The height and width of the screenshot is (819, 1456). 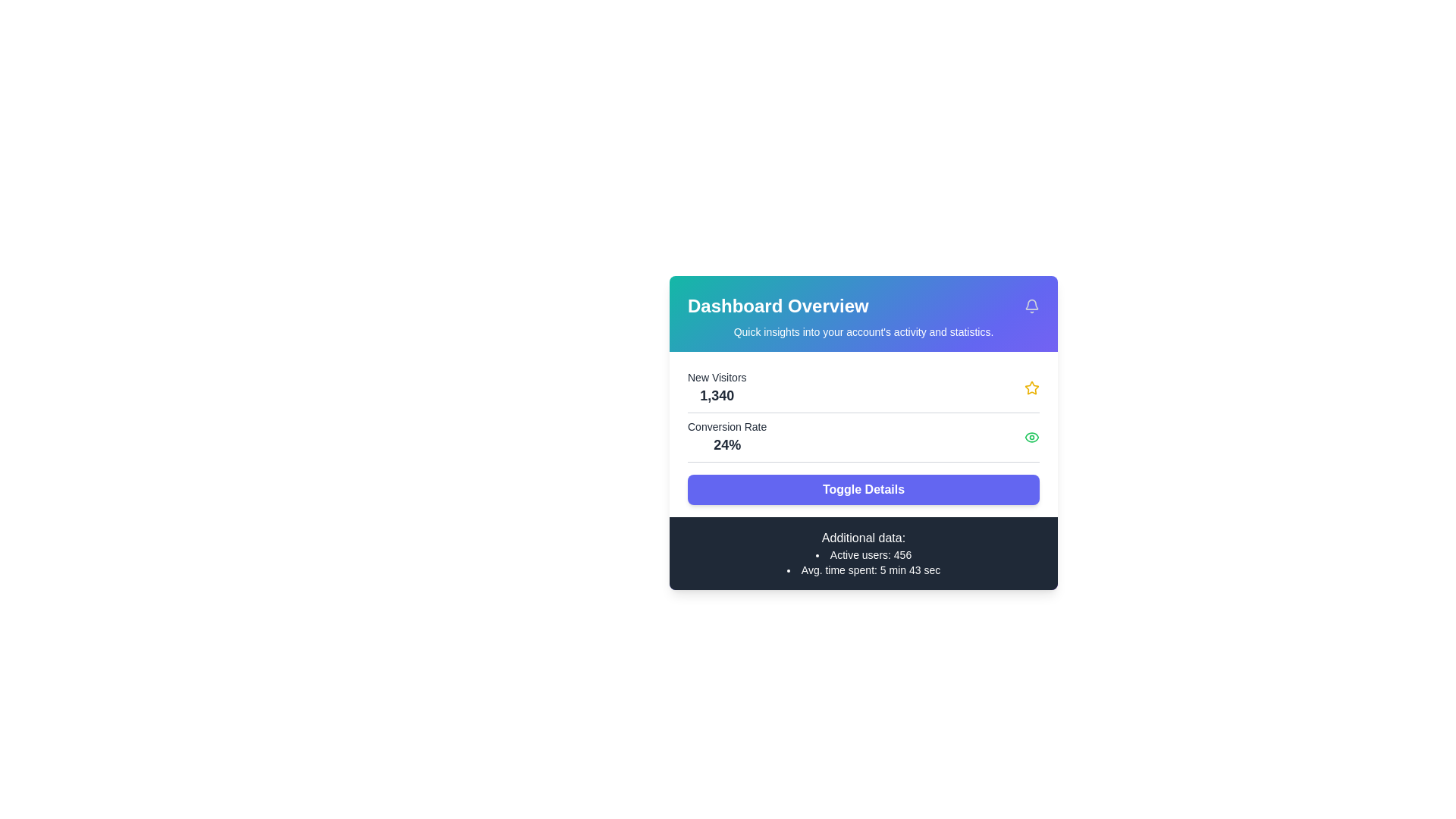 What do you see at coordinates (863, 555) in the screenshot?
I see `the first bullet point in the list under the 'Additional data:' heading that displays the current number of active users` at bounding box center [863, 555].